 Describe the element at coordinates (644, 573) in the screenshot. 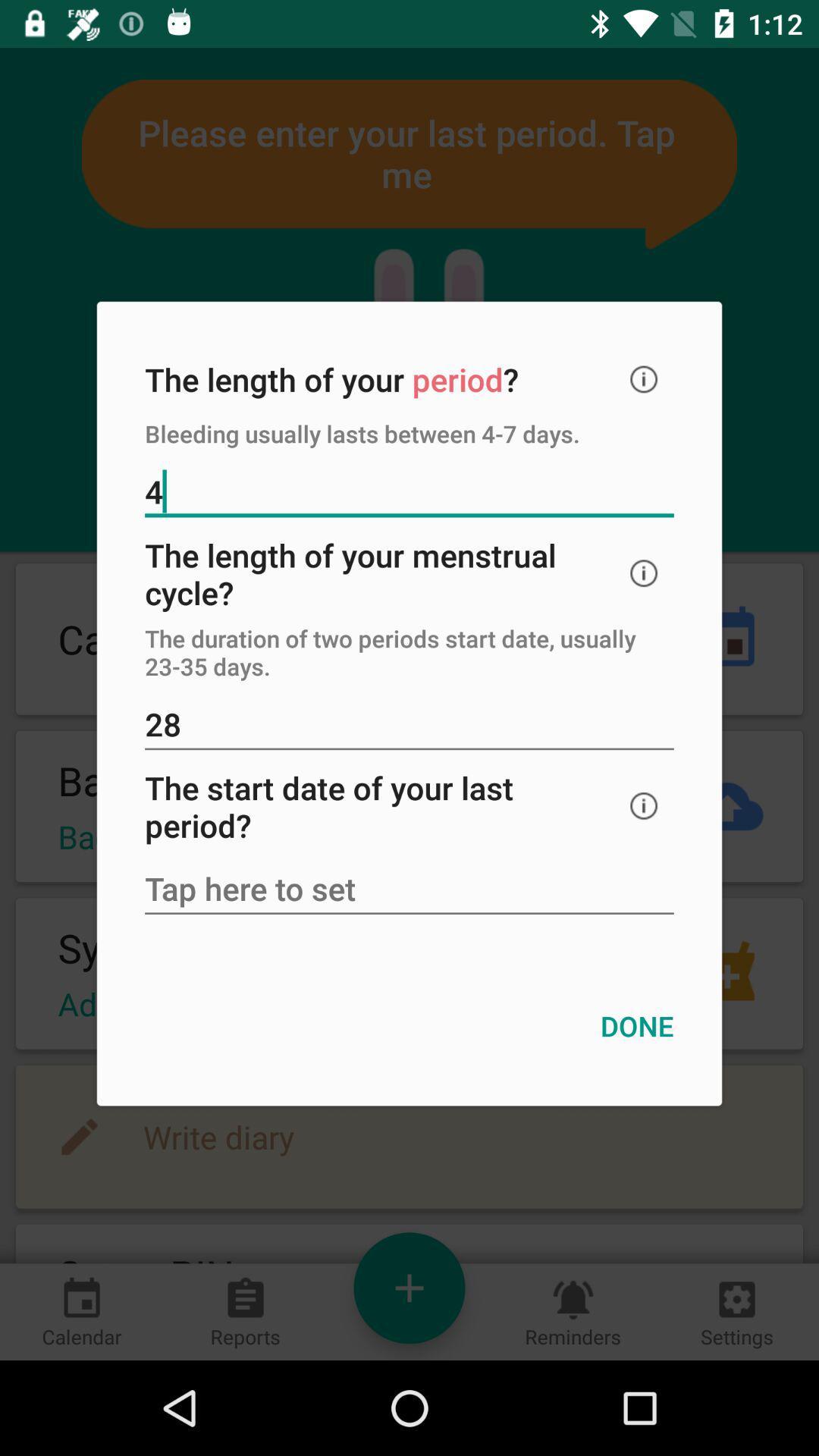

I see `read more information` at that location.